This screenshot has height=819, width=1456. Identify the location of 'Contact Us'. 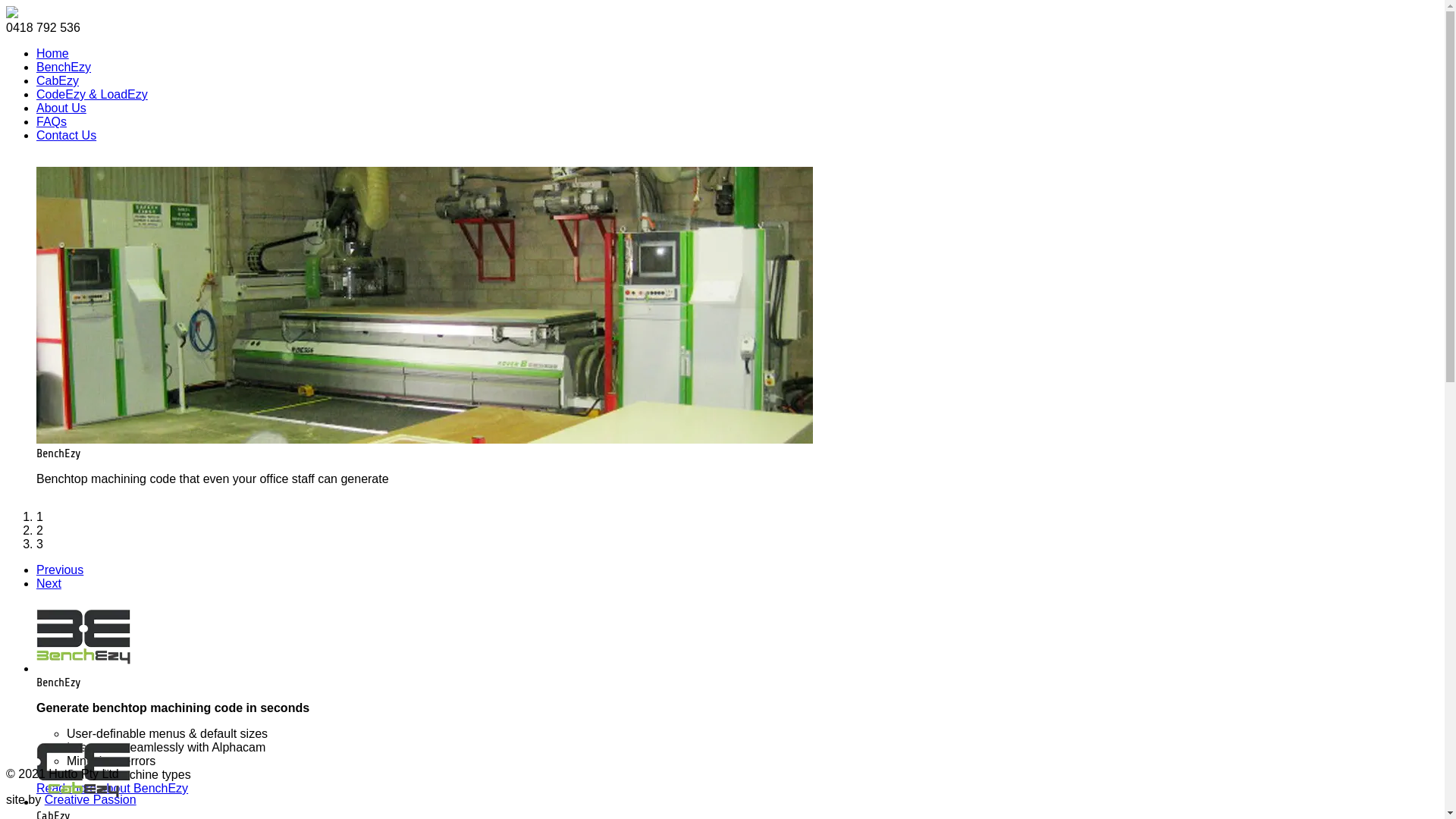
(65, 134).